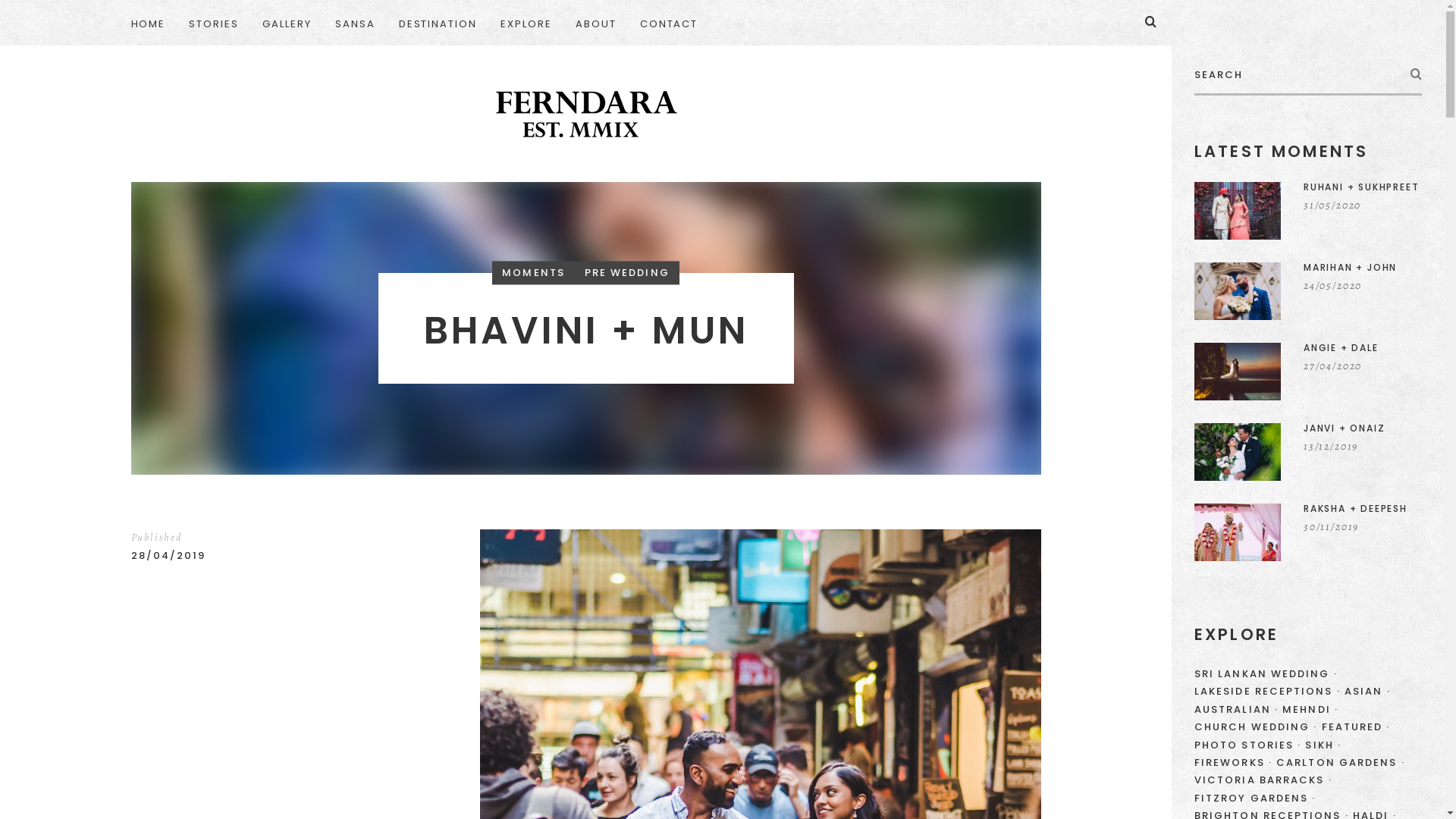 The width and height of the screenshot is (1456, 819). Describe the element at coordinates (626, 271) in the screenshot. I see `'PRE WEDDING'` at that location.